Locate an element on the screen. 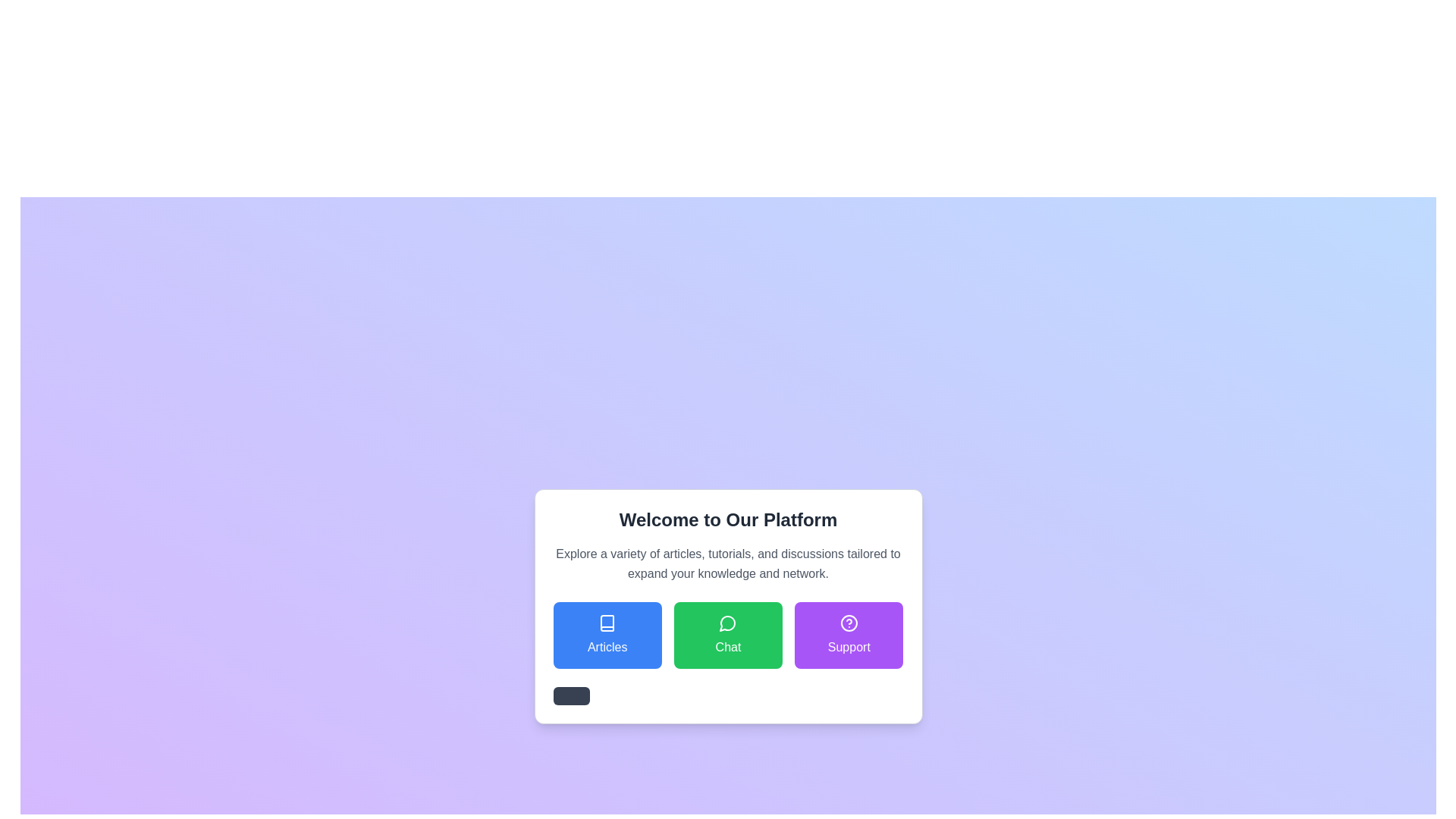  the 'Articles' icon, which is the first option in the first column beneath the text header is located at coordinates (607, 623).